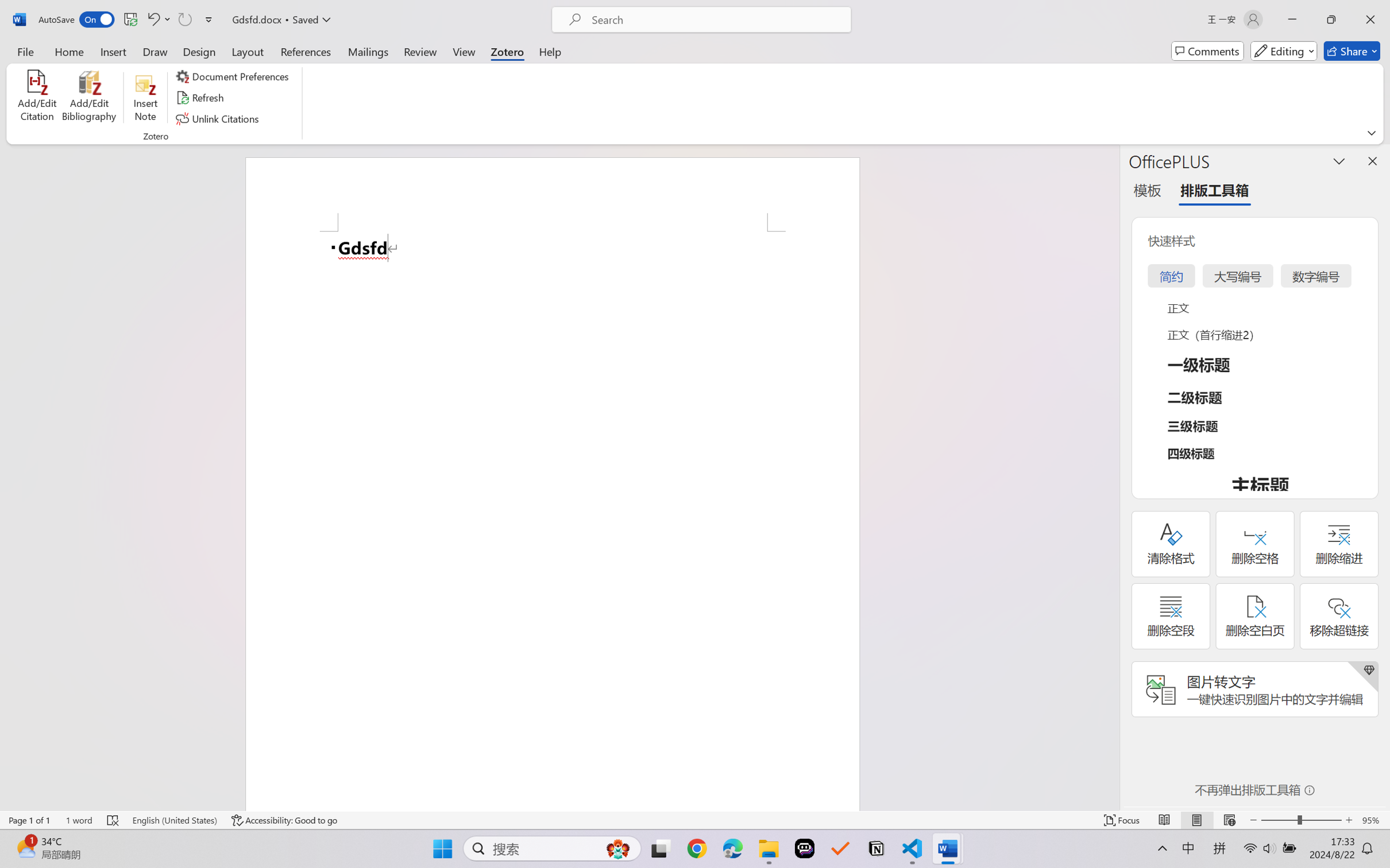 The image size is (1390, 868). Describe the element at coordinates (113, 820) in the screenshot. I see `'Spelling and Grammar Check Errors'` at that location.